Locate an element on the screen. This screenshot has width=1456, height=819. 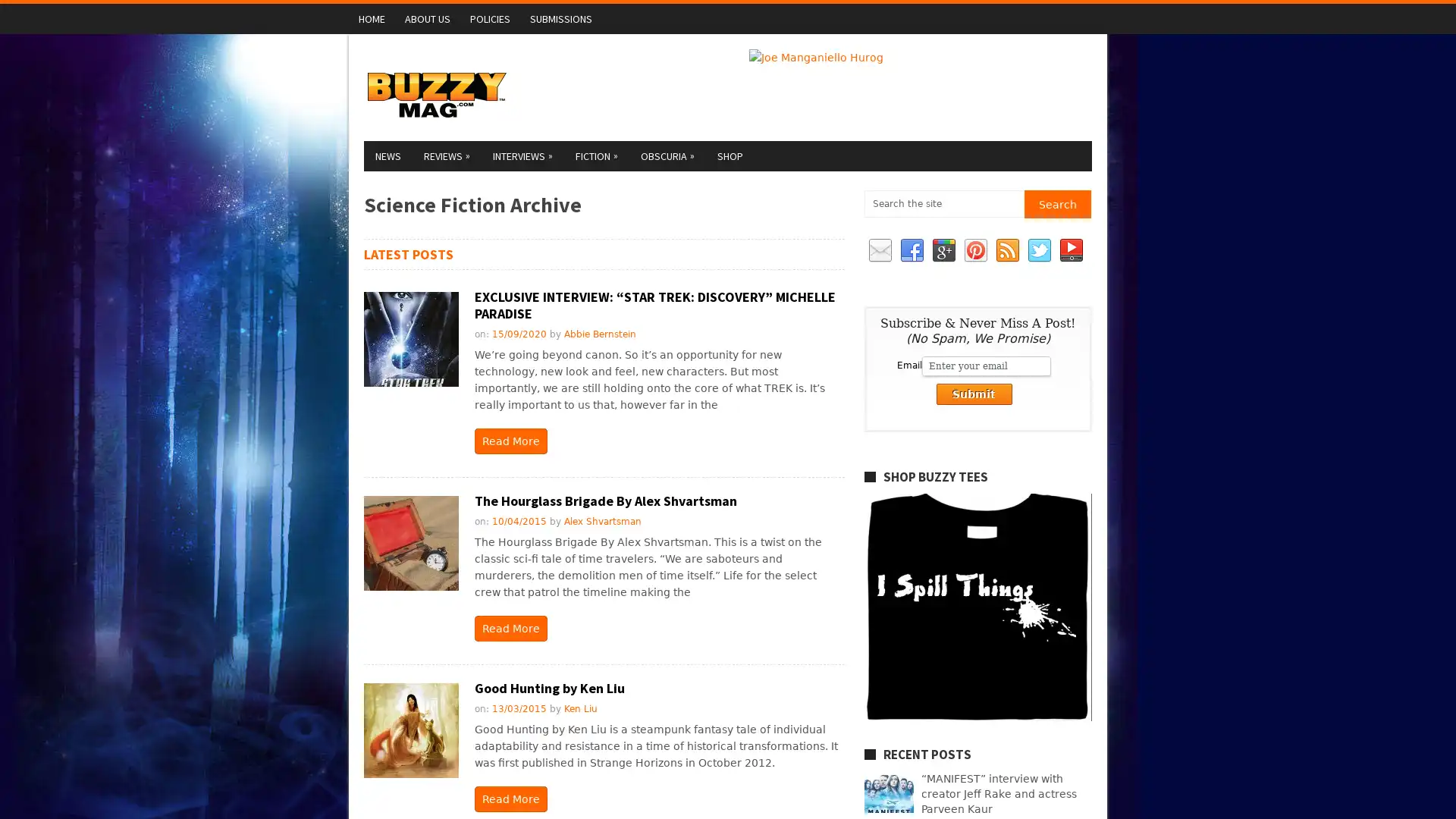
Submit is located at coordinates (973, 394).